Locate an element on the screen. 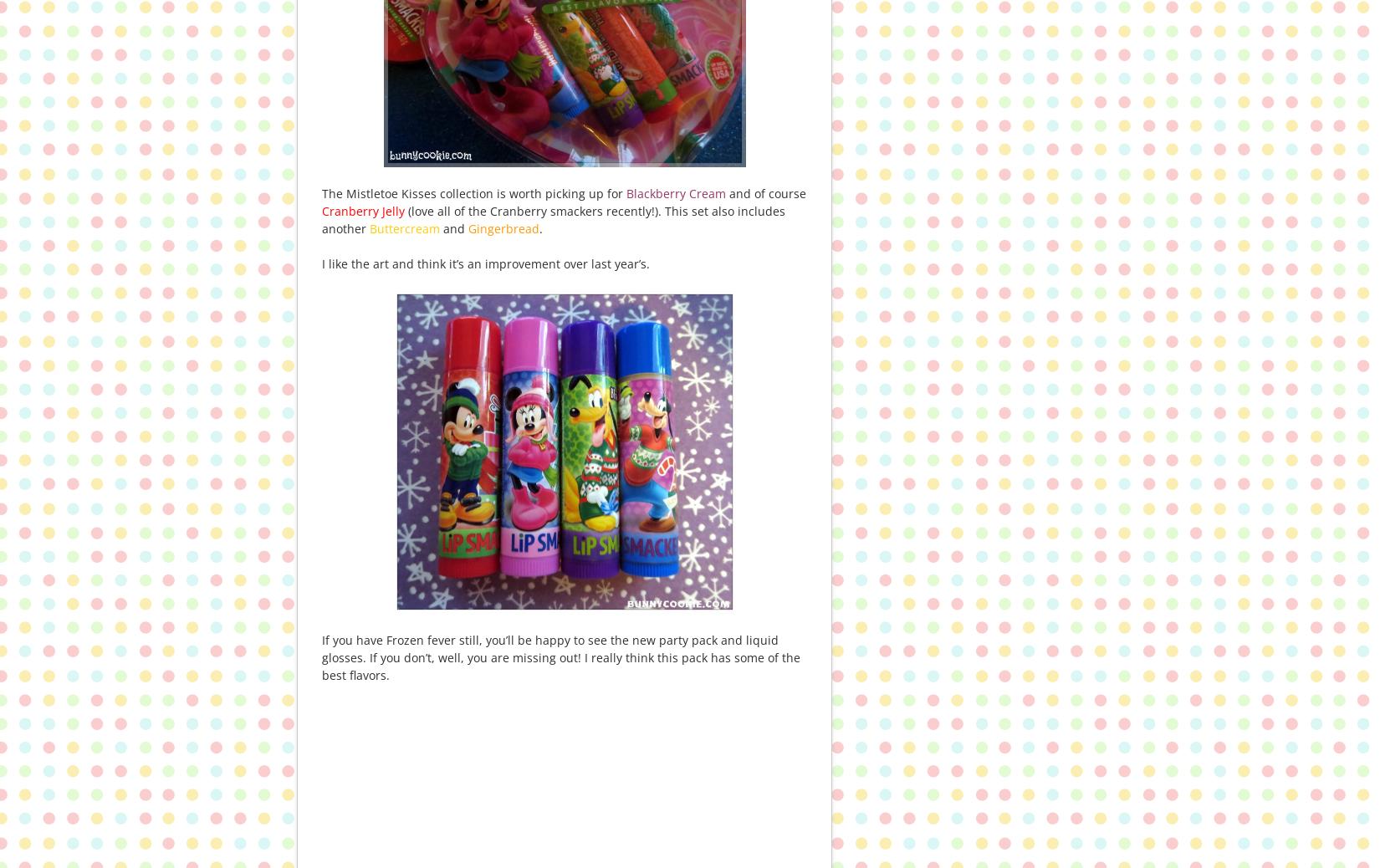 The width and height of the screenshot is (1380, 868). '.' is located at coordinates (539, 228).